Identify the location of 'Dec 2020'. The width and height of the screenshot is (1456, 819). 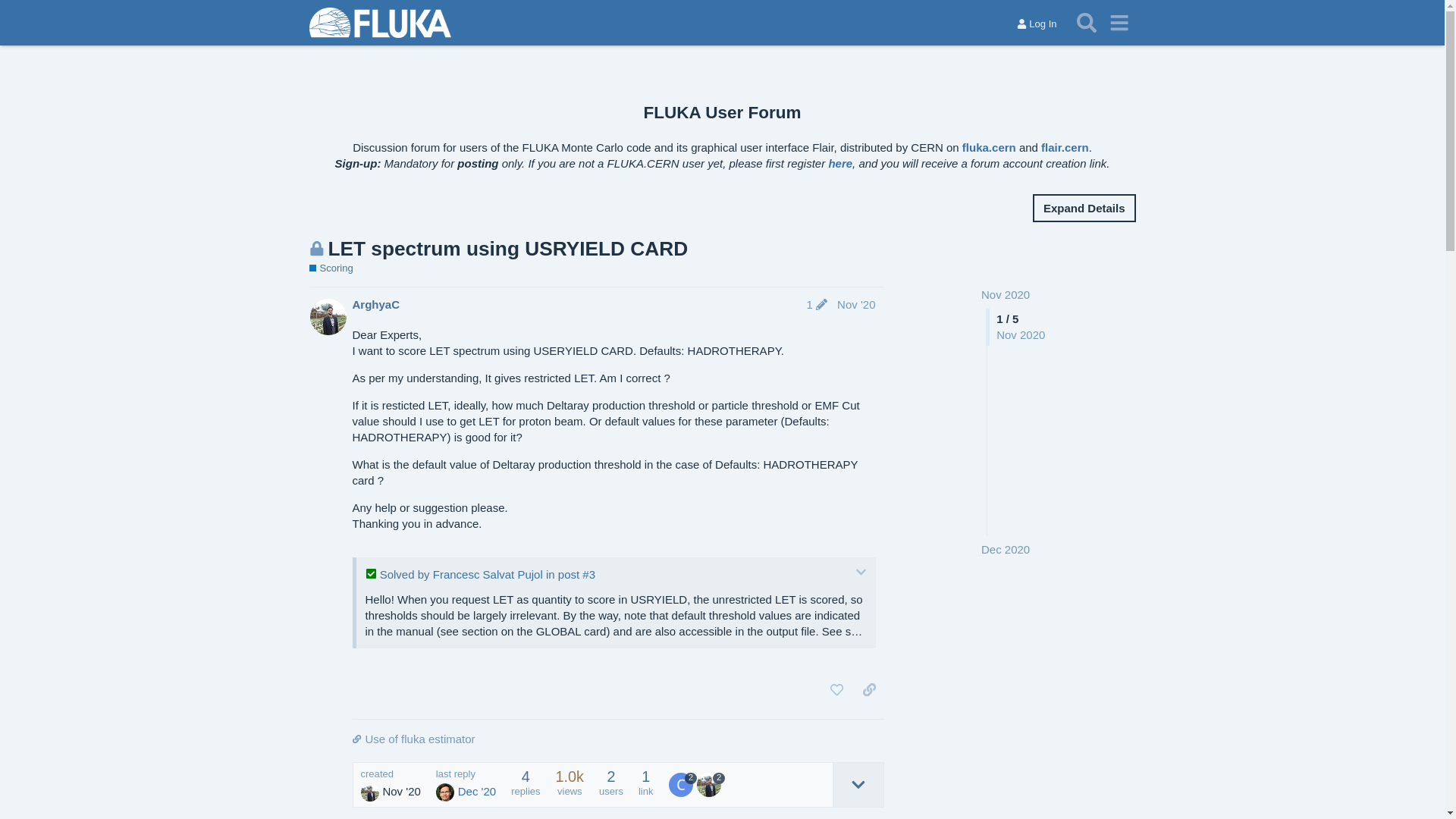
(1005, 549).